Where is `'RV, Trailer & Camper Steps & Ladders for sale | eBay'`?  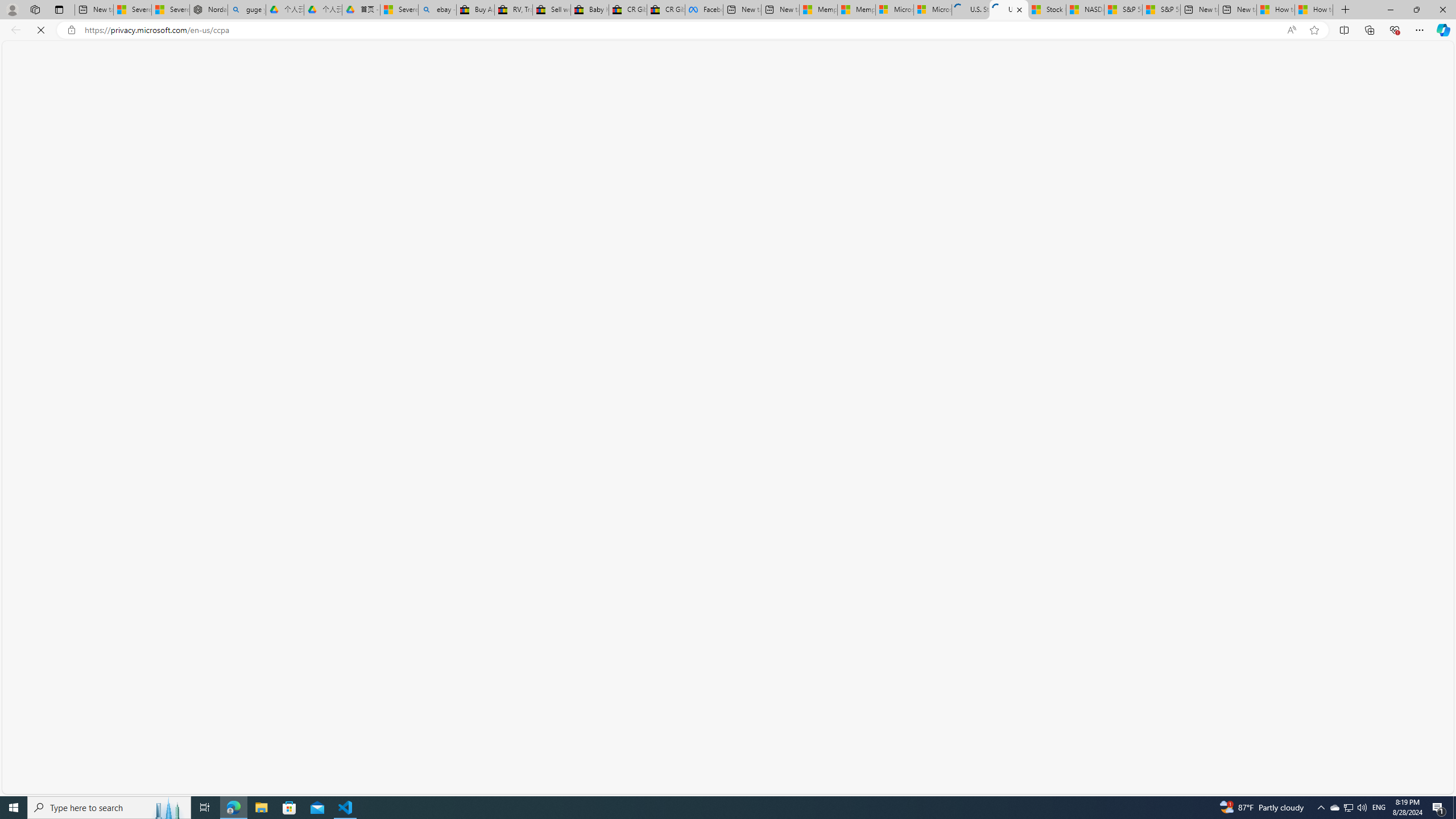 'RV, Trailer & Camper Steps & Ladders for sale | eBay' is located at coordinates (512, 9).